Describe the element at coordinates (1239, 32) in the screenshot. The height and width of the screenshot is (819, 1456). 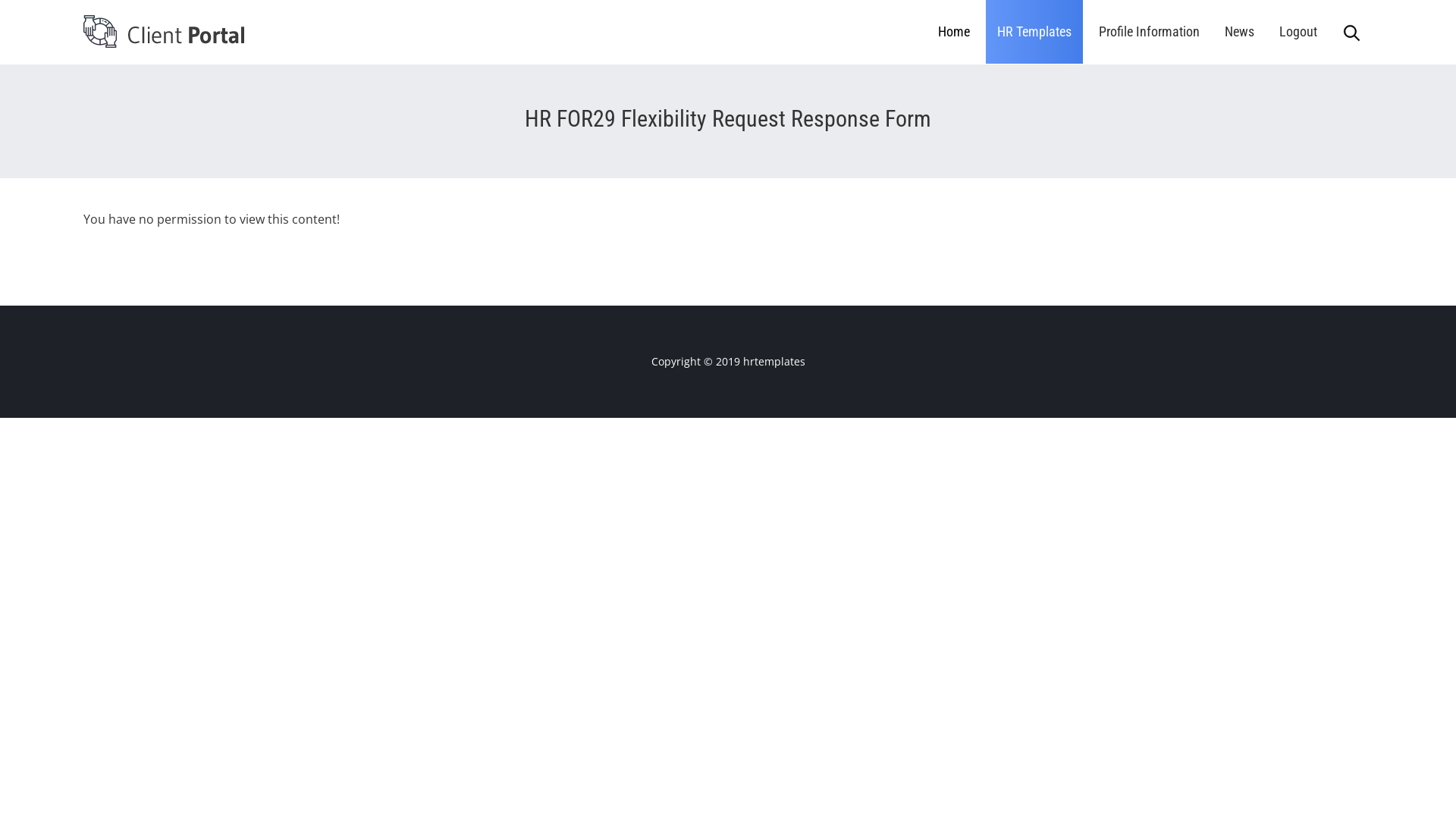
I see `'News'` at that location.